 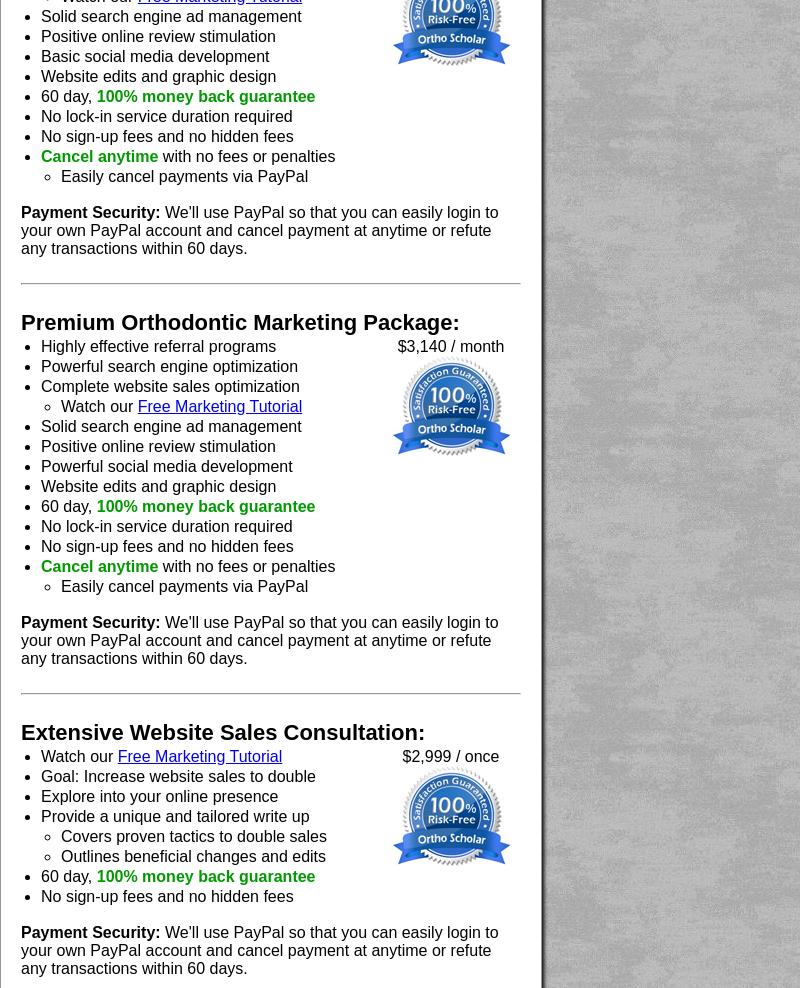 I want to click on 'Outlines beneficial changes and edits', so click(x=192, y=856).